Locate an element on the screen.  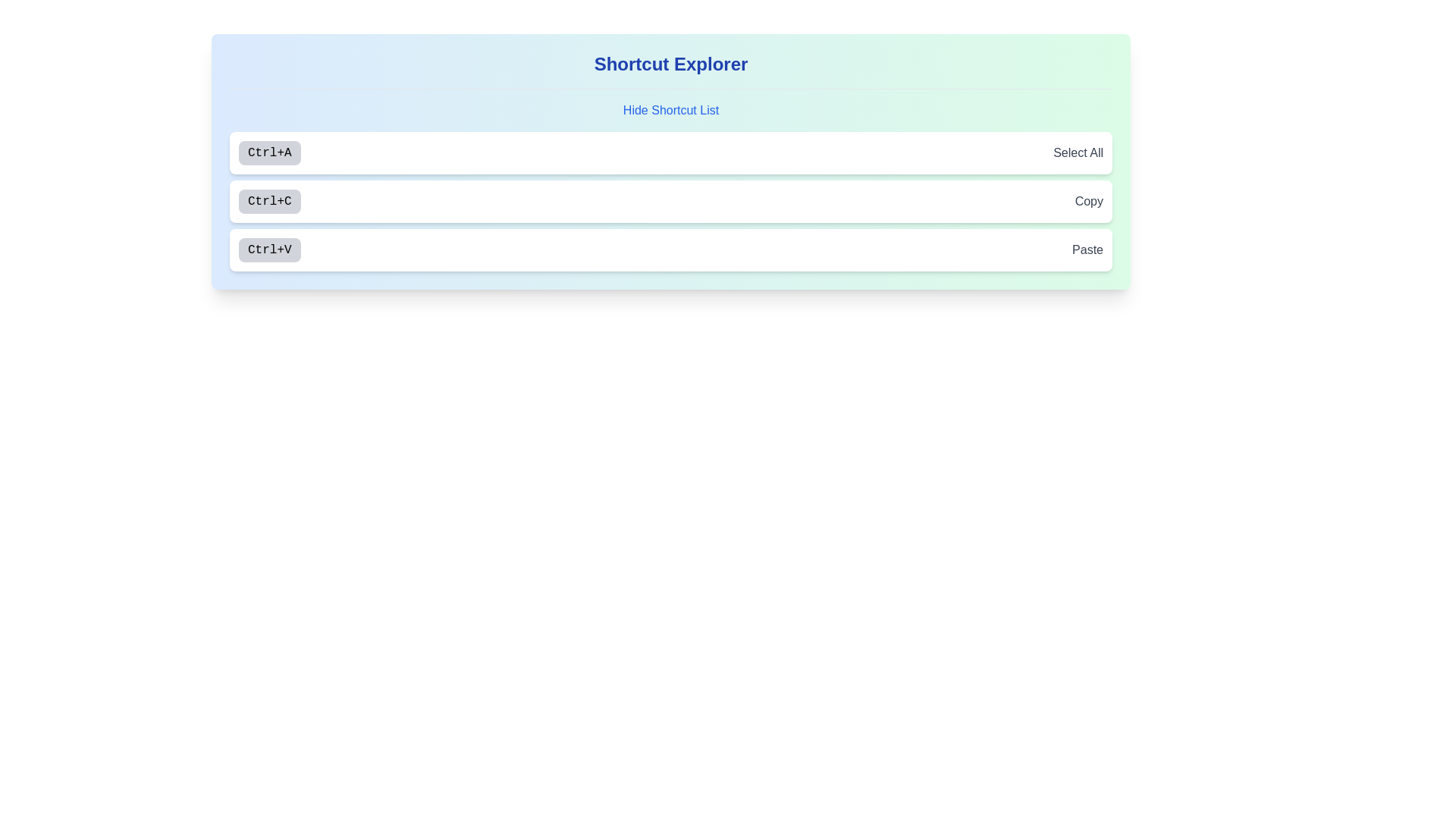
the 'Paste' label associated with the shortcut key 'Ctrl+V' in the 'Shortcut Explorer' panel is located at coordinates (1087, 249).